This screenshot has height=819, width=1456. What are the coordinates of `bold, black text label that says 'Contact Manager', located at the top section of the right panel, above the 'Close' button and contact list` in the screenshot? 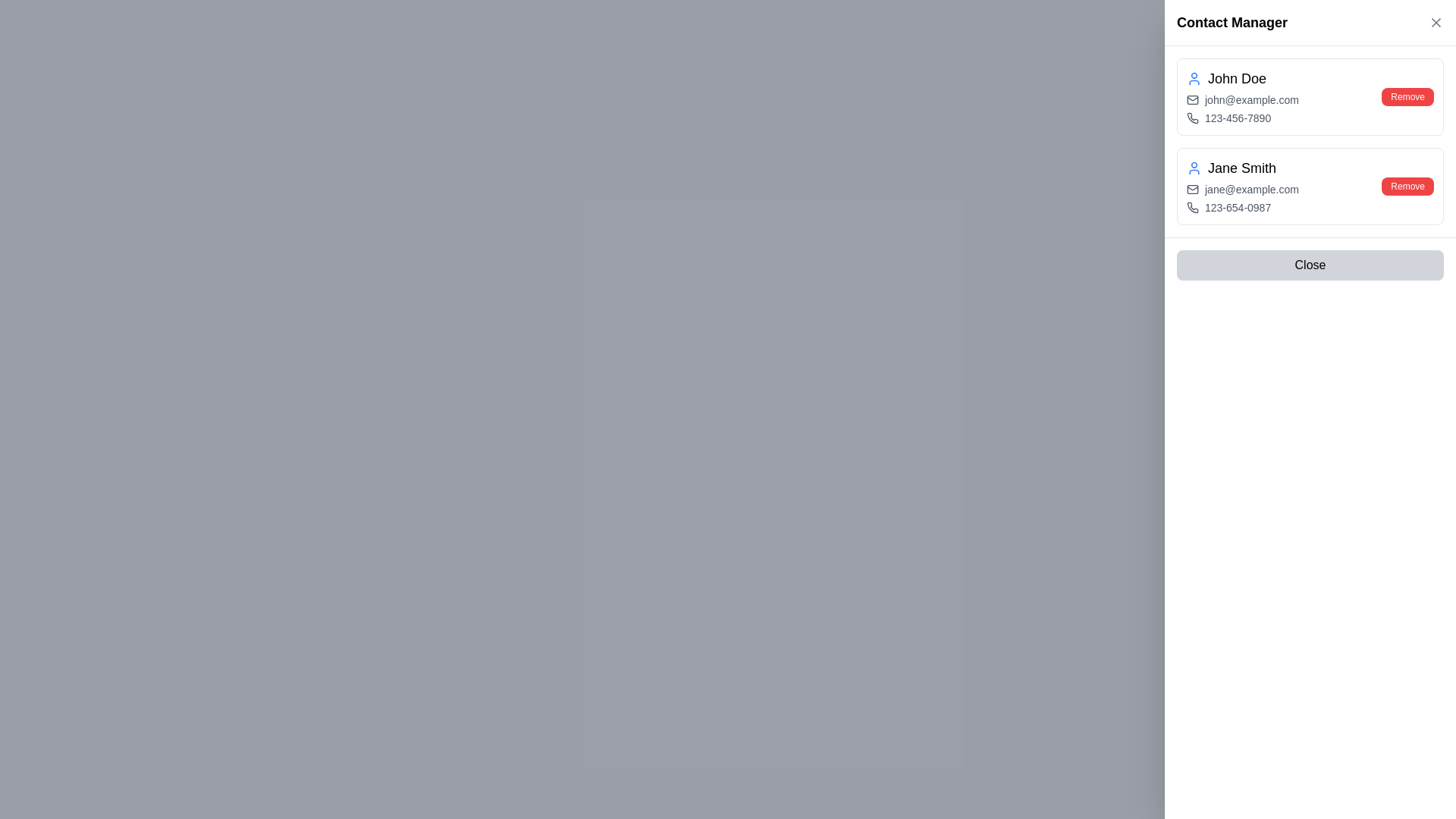 It's located at (1232, 23).